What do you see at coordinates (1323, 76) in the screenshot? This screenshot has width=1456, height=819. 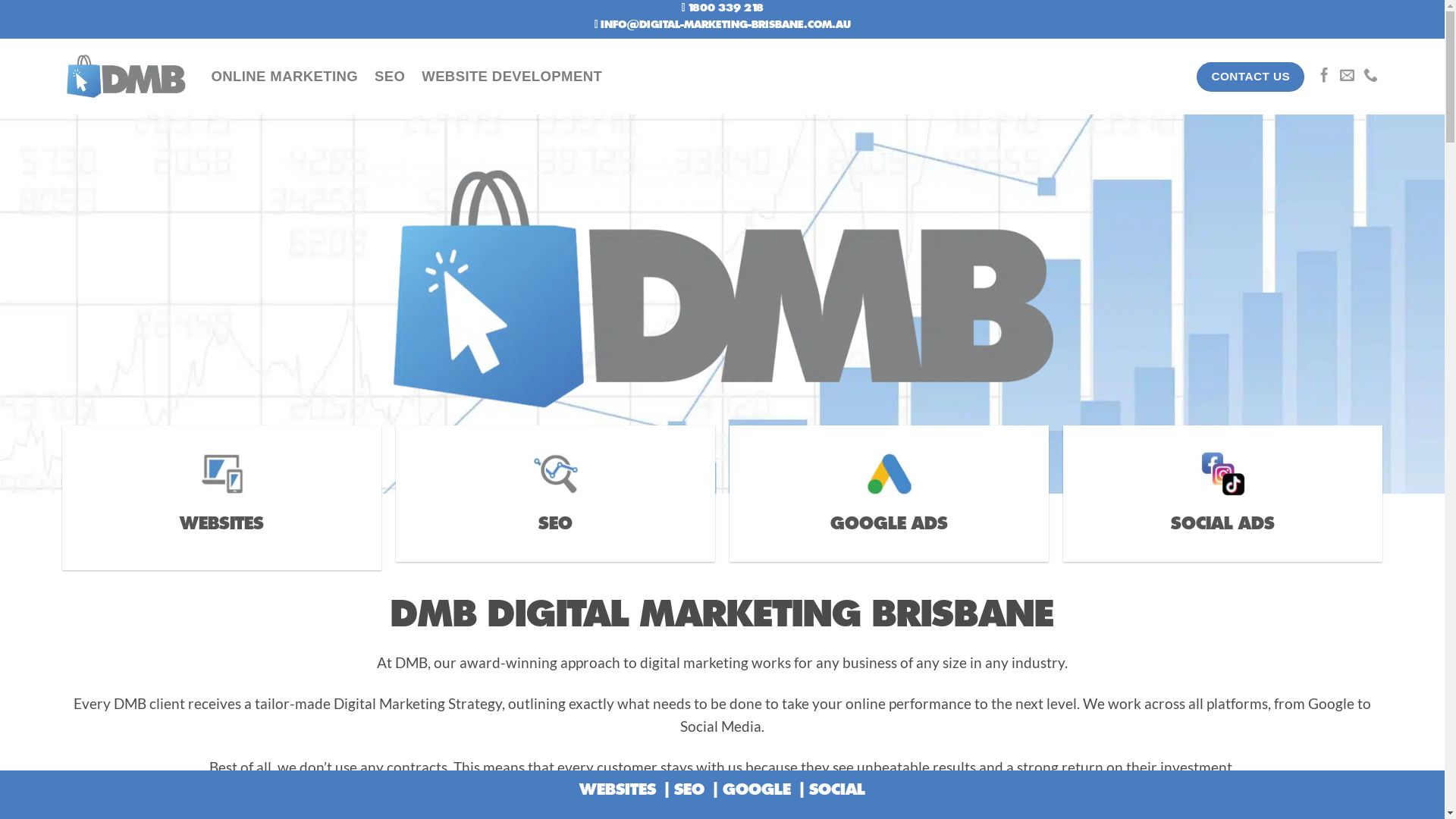 I see `'Follow on Facebook'` at bounding box center [1323, 76].